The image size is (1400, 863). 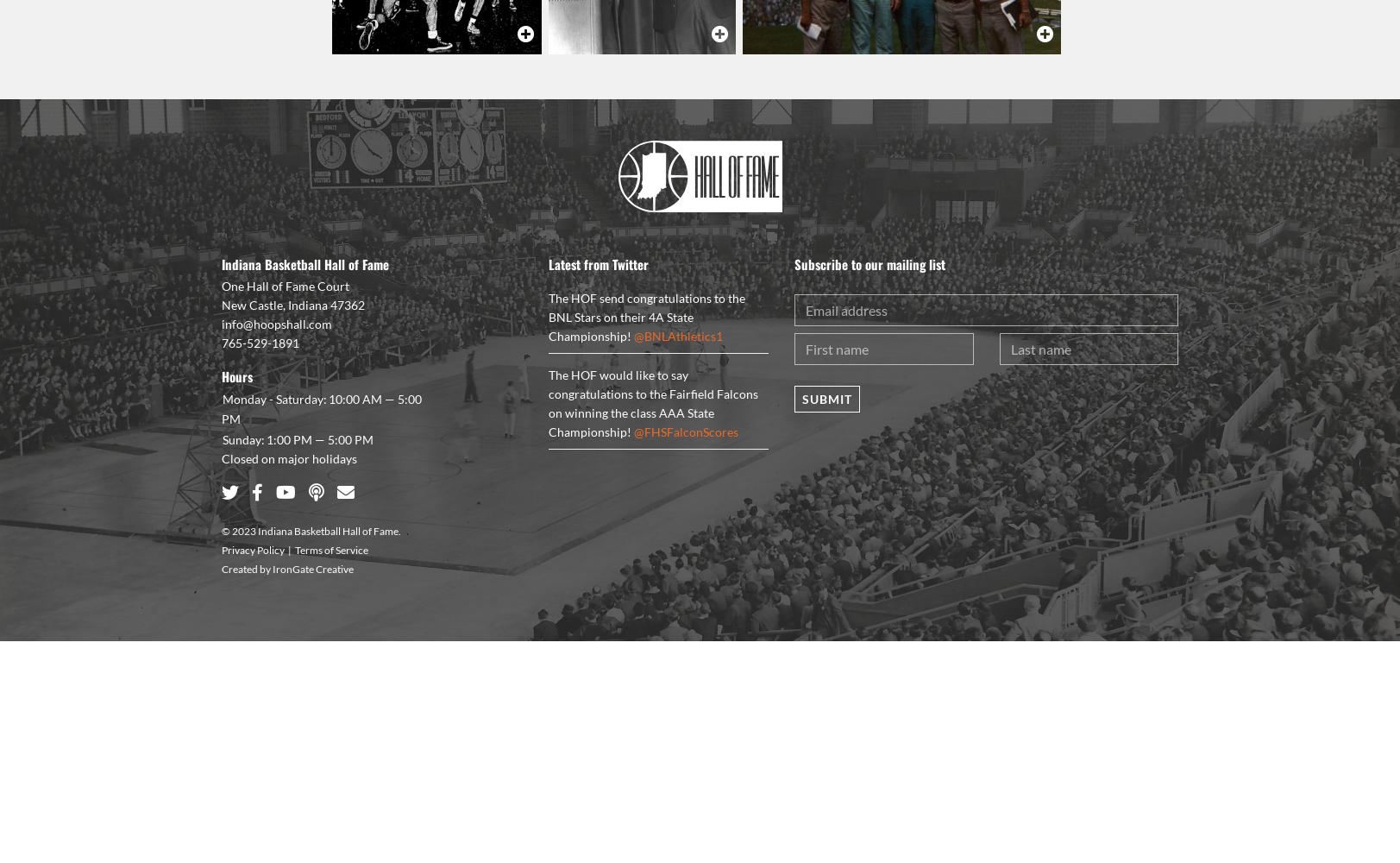 What do you see at coordinates (397, 529) in the screenshot?
I see `'.'` at bounding box center [397, 529].